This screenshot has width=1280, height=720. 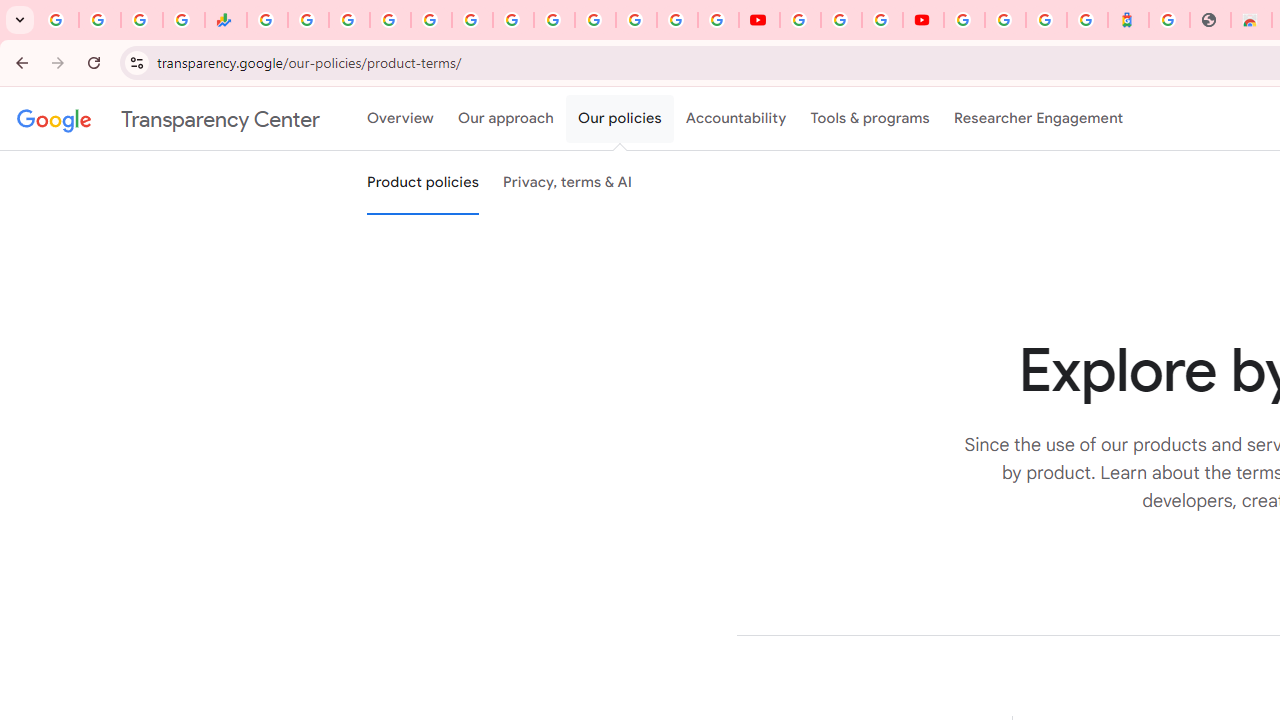 What do you see at coordinates (869, 119) in the screenshot?
I see `'Tools & programs'` at bounding box center [869, 119].